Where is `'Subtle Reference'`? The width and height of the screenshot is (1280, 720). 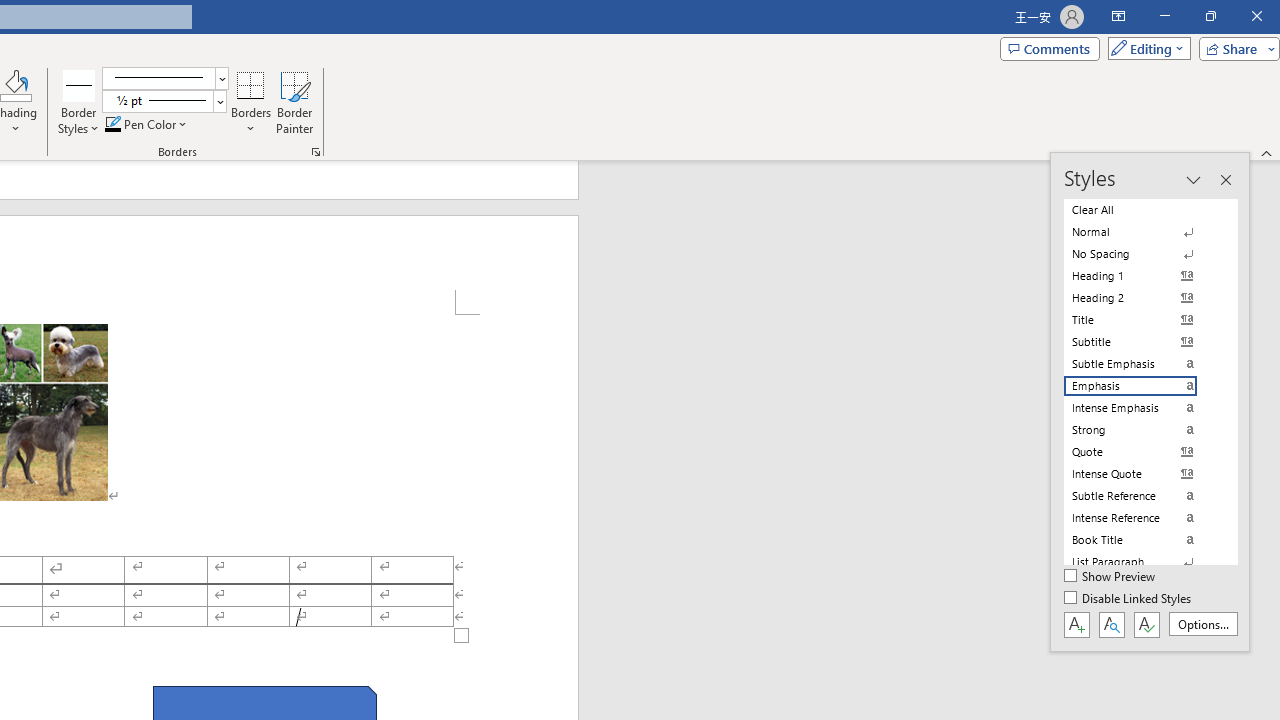
'Subtle Reference' is located at coordinates (1142, 495).